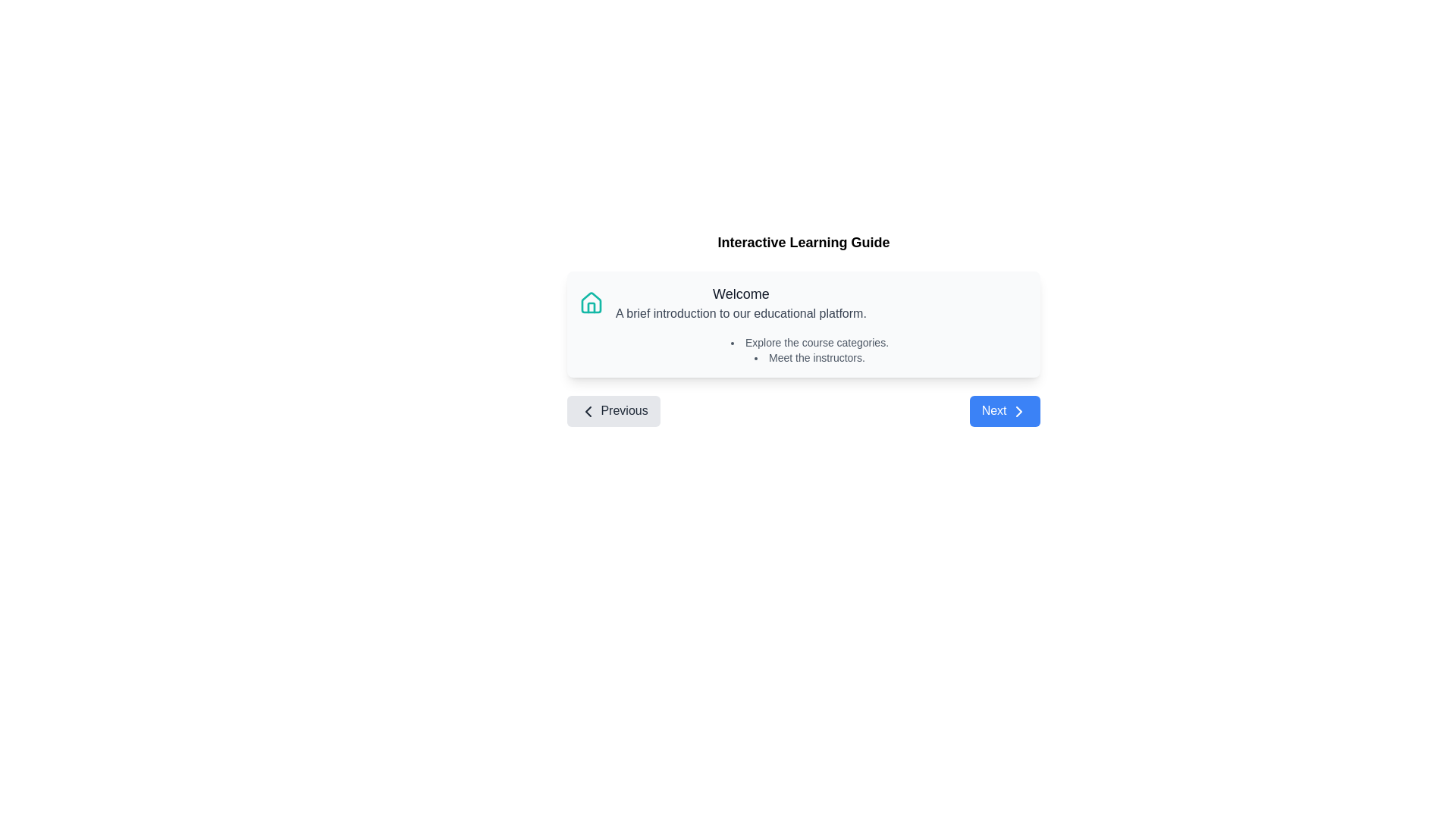  Describe the element at coordinates (741, 303) in the screenshot. I see `text content of the centrally located text block with a header and subtext on the educational platform, which provides an introduction or greeting` at that location.